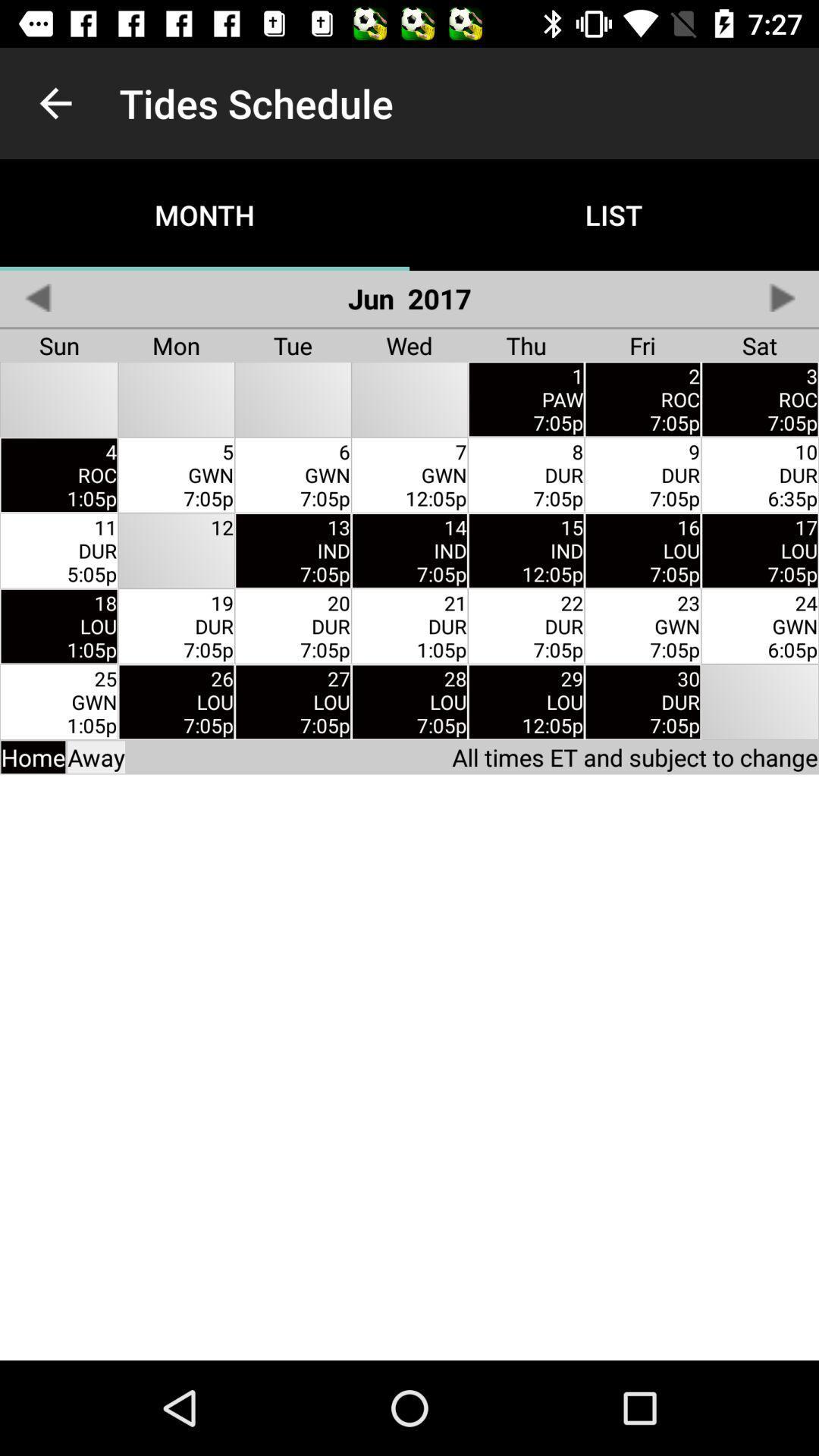 The image size is (819, 1456). I want to click on the arrow_backward icon, so click(36, 297).